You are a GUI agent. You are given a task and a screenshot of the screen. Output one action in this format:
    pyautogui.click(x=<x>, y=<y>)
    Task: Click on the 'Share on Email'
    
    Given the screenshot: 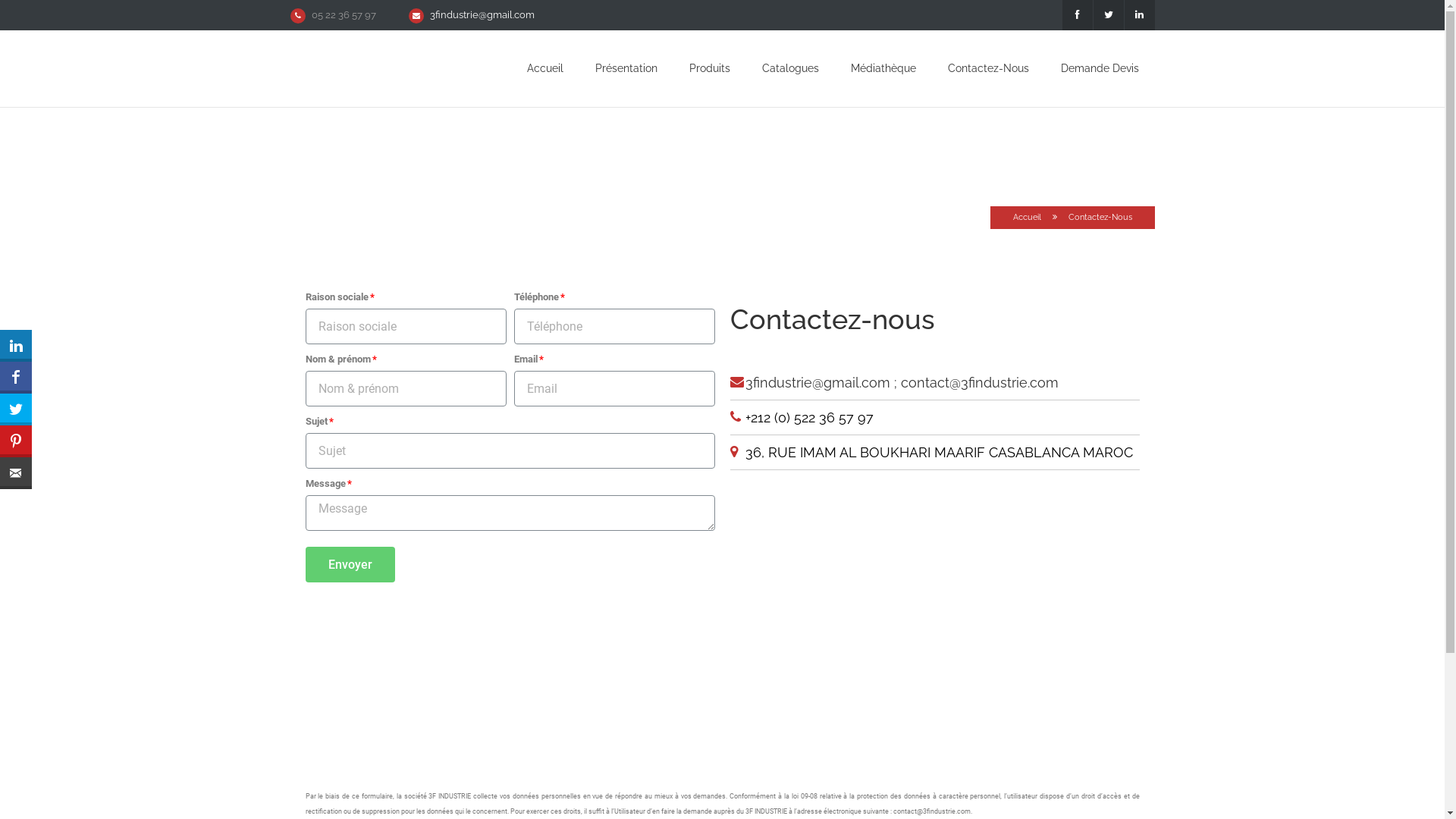 What is the action you would take?
    pyautogui.click(x=0, y=472)
    